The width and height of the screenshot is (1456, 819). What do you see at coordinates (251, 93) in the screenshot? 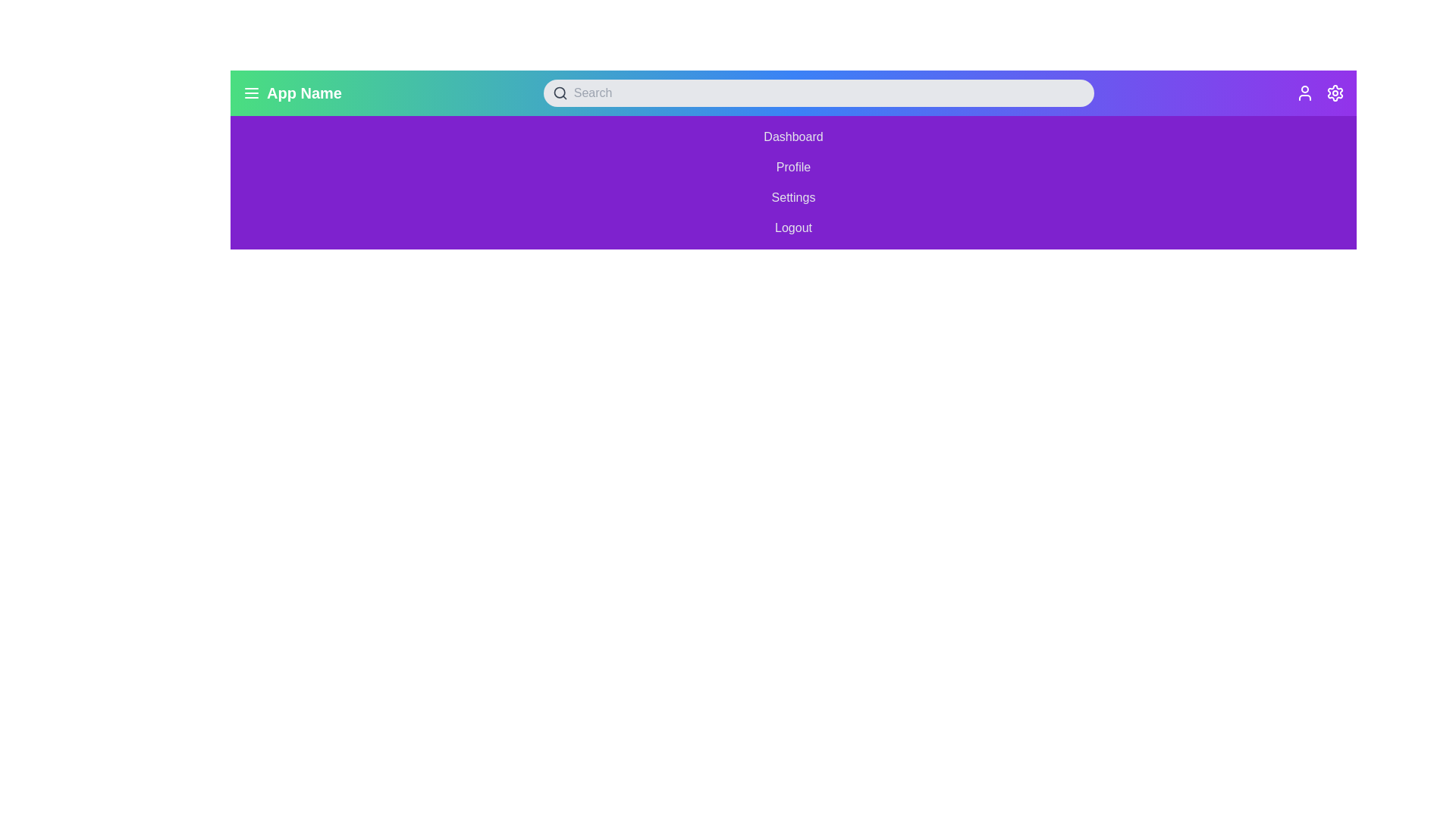
I see `the icon located to the far-left of the horizontal header section, which triggers the display of a menu or navigation pane` at bounding box center [251, 93].